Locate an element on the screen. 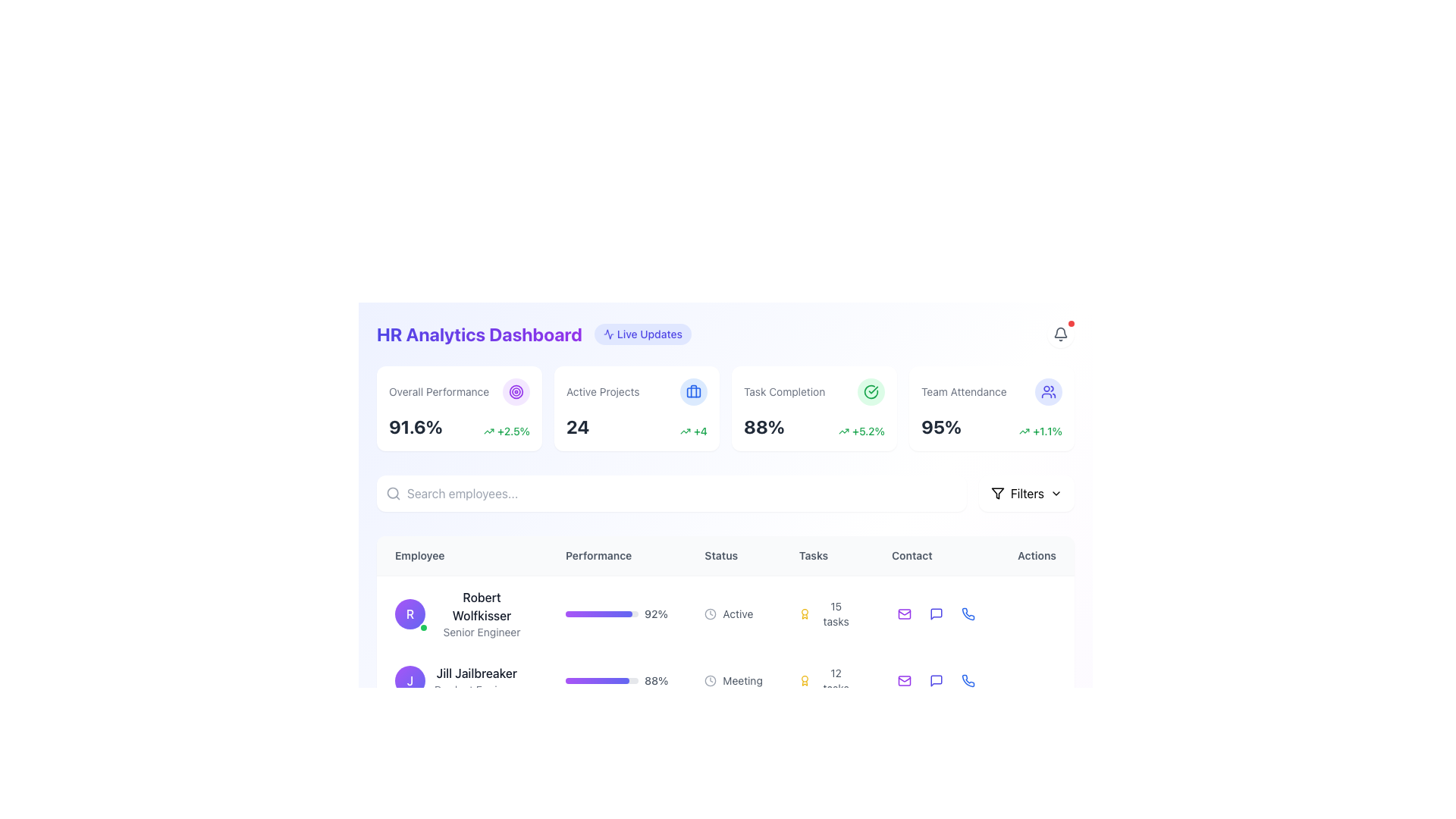  the text label and decorative icon located at the top of the third card in the metrics section of the dashboard, which indicates task completion statistics is located at coordinates (814, 391).